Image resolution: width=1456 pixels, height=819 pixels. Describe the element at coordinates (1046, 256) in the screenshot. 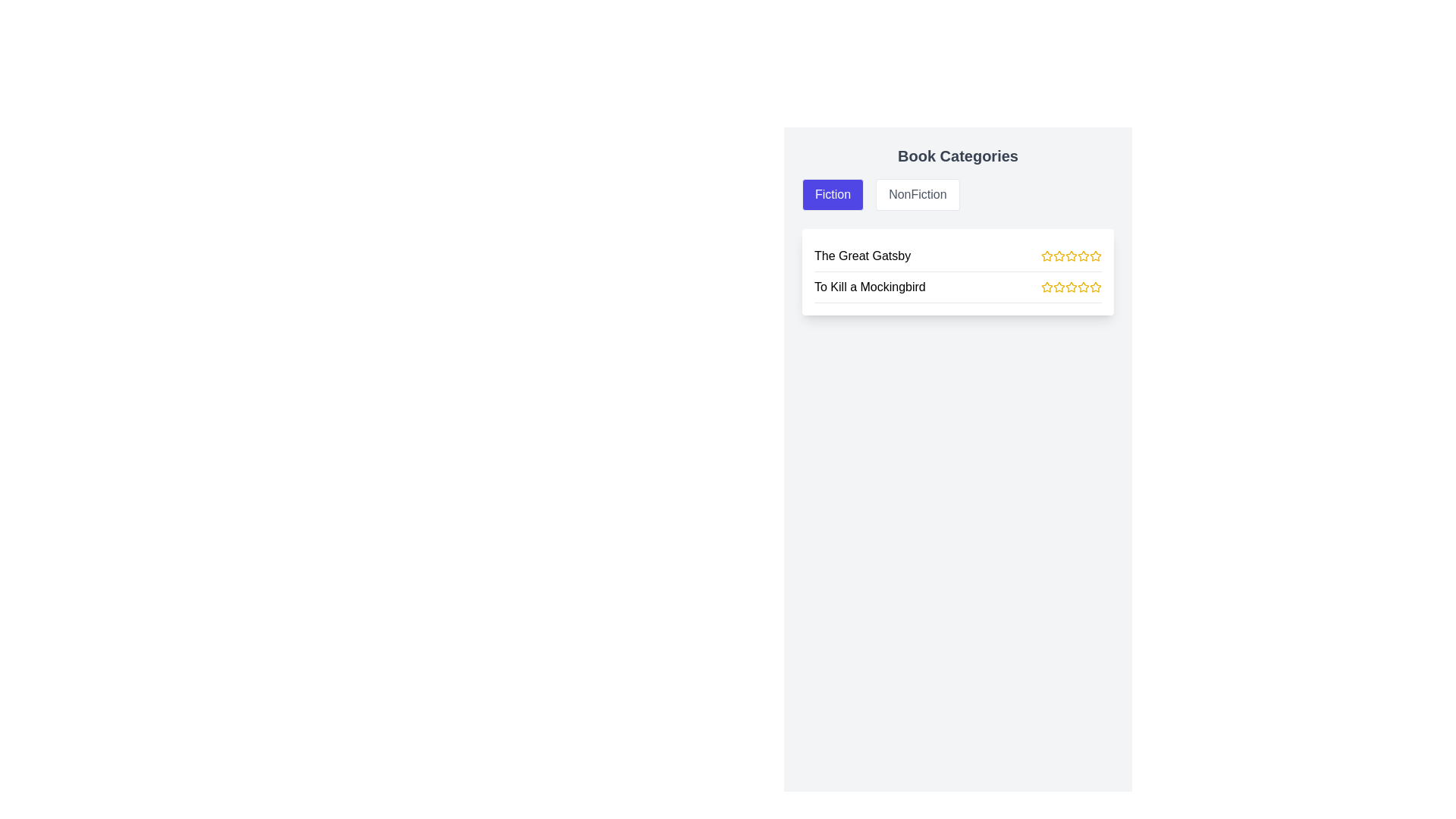

I see `the first yellow star-shaped rating icon next to the text 'The Great Gatsby' under the 'Fiction' tab to rate it` at that location.